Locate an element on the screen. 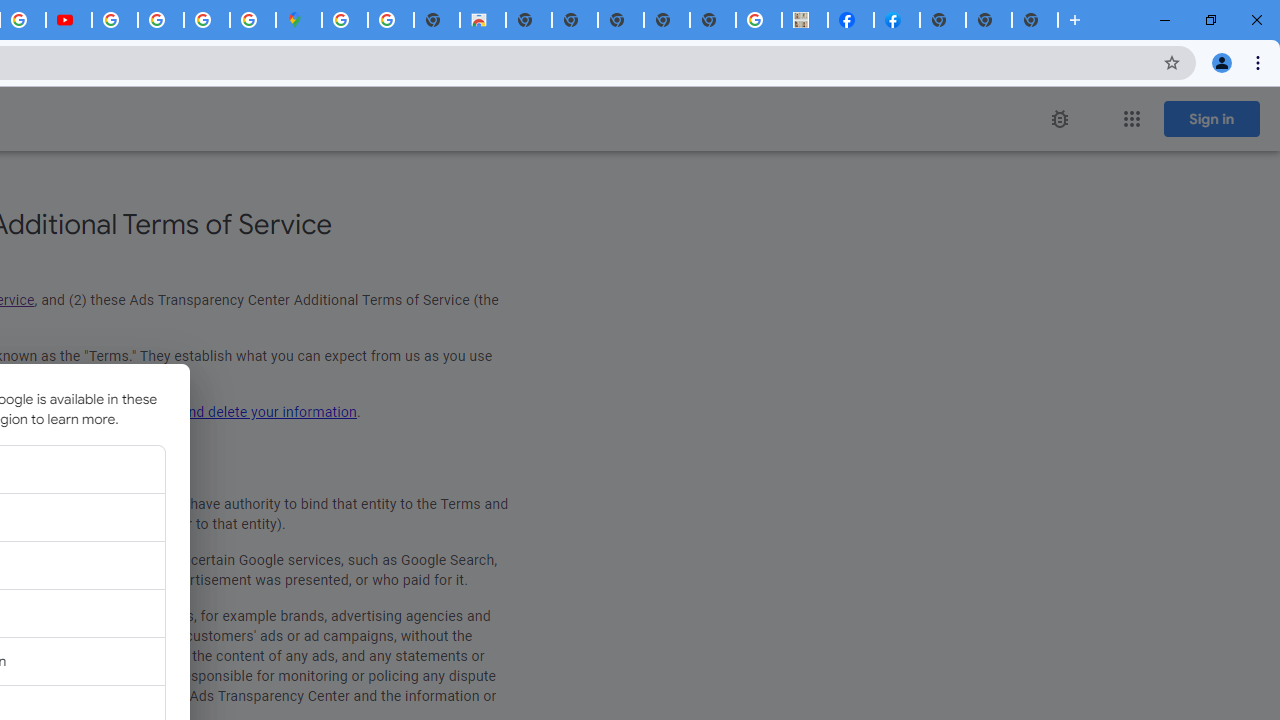 The image size is (1280, 720). 'MILEY CYRUS.' is located at coordinates (805, 20).